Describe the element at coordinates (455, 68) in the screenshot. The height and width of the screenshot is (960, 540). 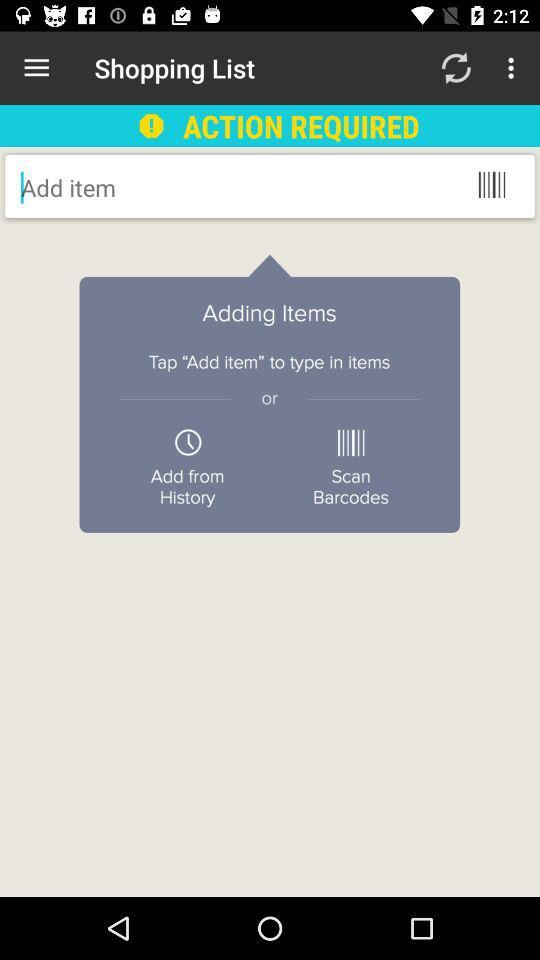
I see `the item above the action required icon` at that location.